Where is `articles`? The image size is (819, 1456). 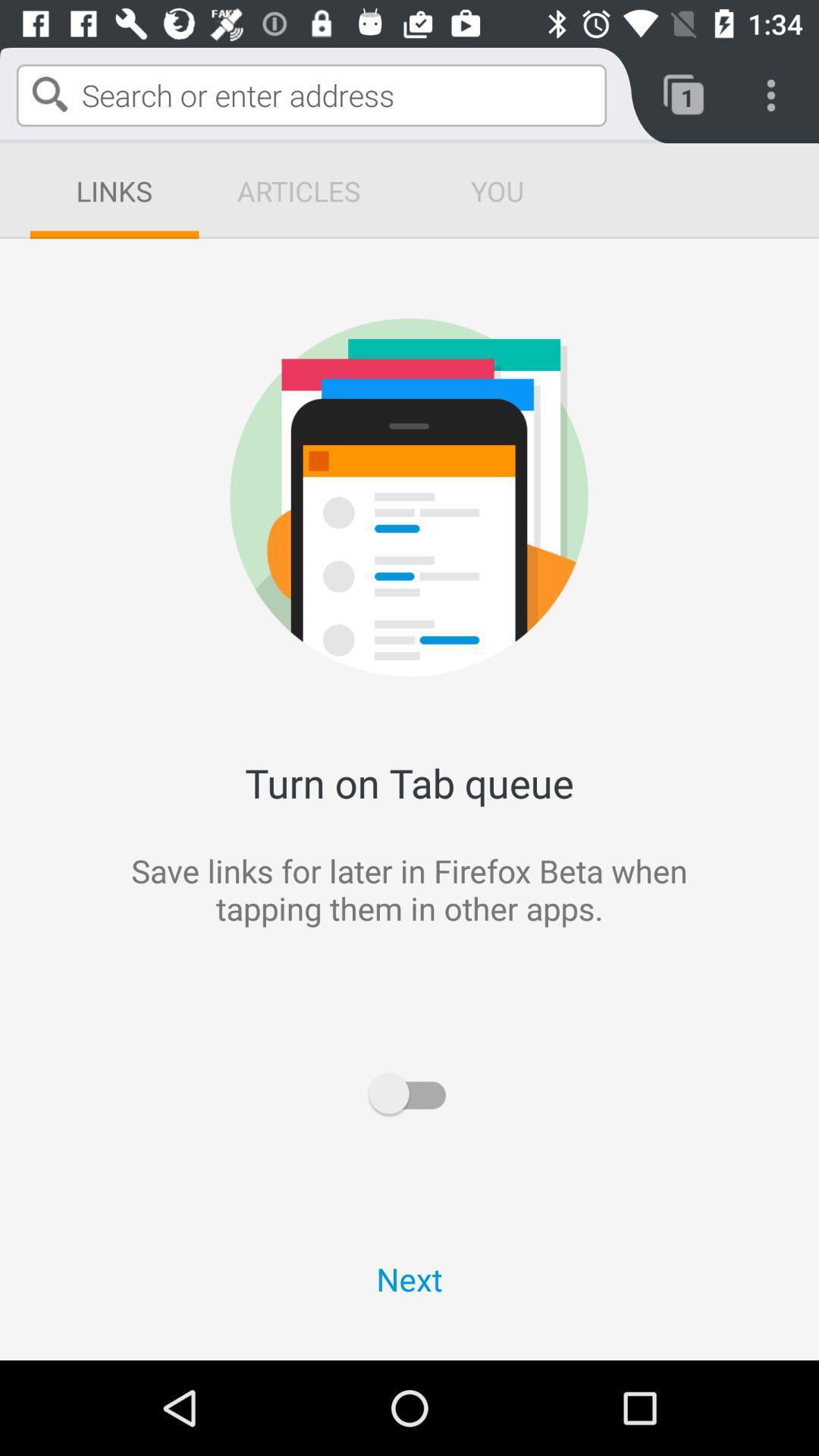
articles is located at coordinates (298, 190).